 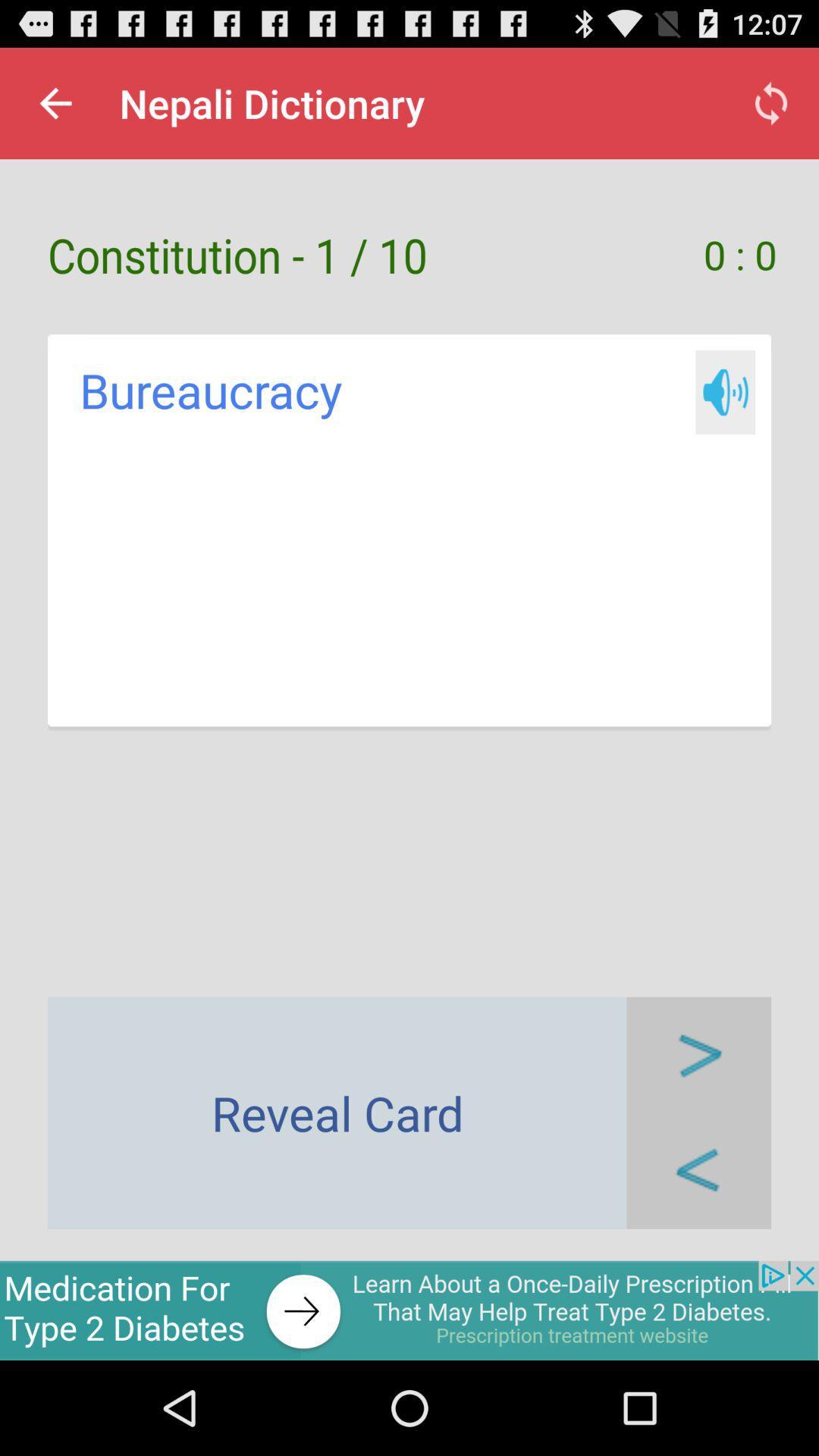 What do you see at coordinates (409, 1310) in the screenshot?
I see `advertisement page` at bounding box center [409, 1310].